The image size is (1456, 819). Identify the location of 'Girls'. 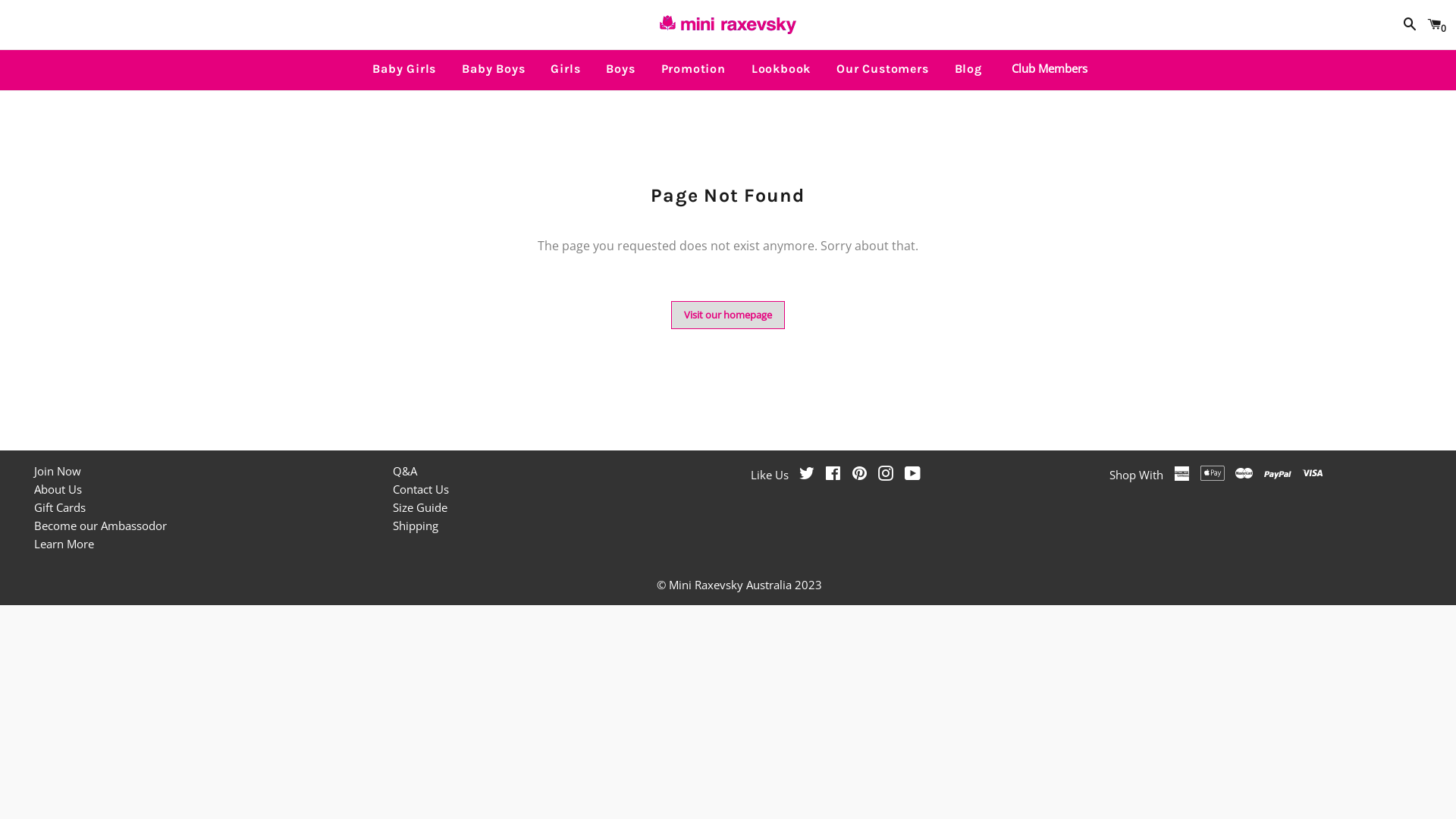
(564, 69).